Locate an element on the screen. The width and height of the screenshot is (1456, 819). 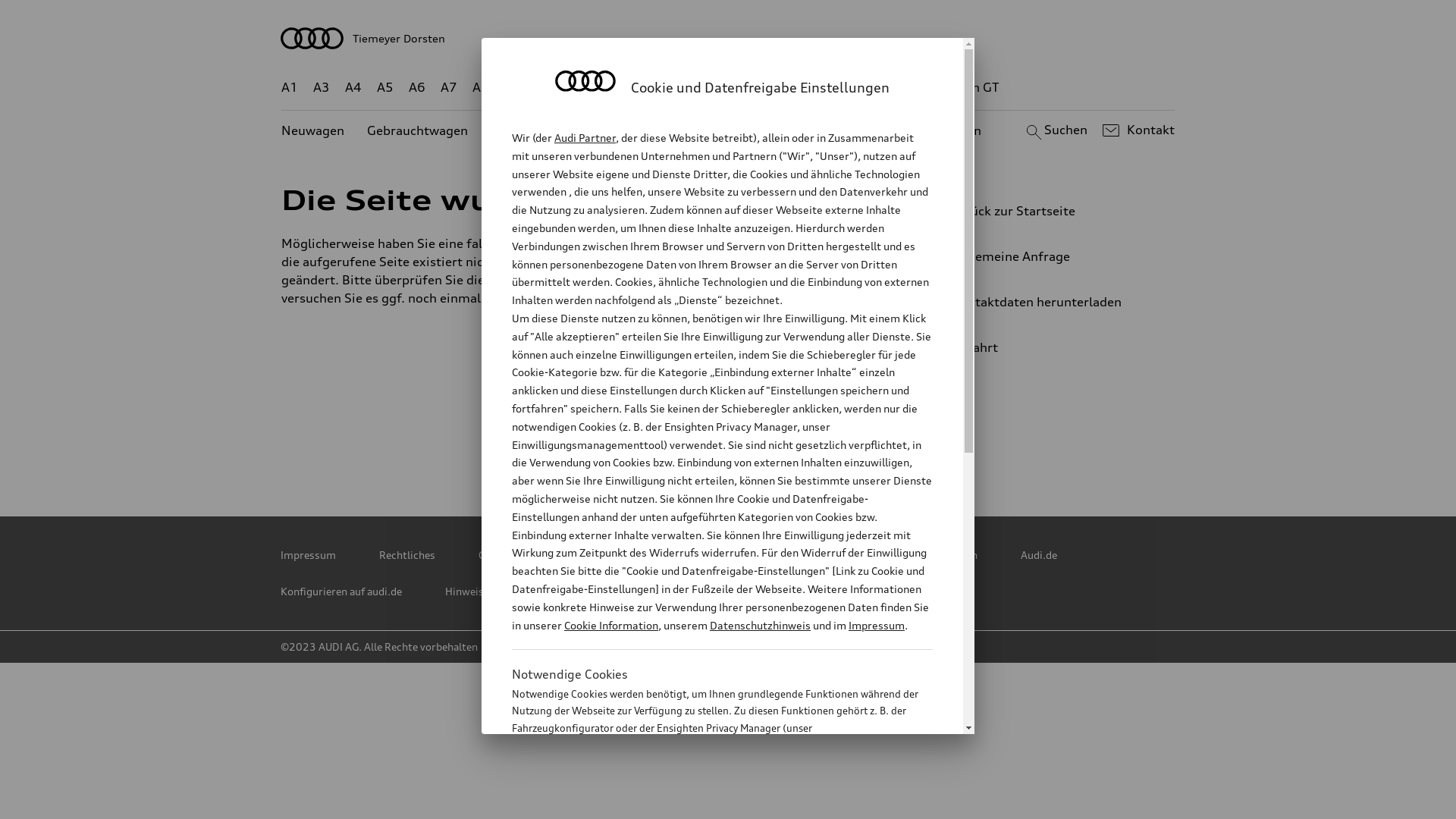
'Cookie und Datenfreigabe Einstellungen' is located at coordinates (881, 555).